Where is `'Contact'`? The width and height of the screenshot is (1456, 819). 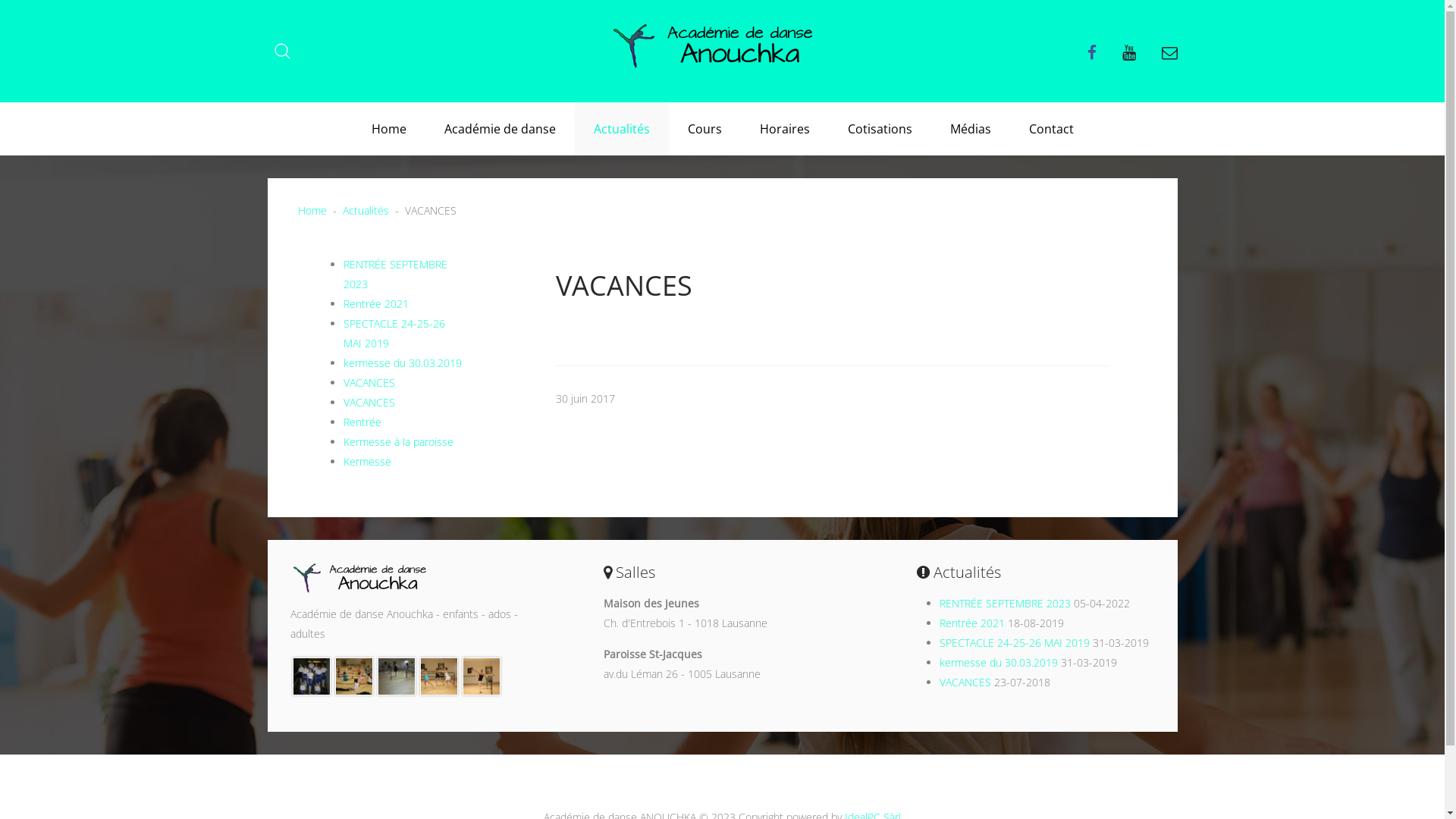
'Contact' is located at coordinates (1050, 127).